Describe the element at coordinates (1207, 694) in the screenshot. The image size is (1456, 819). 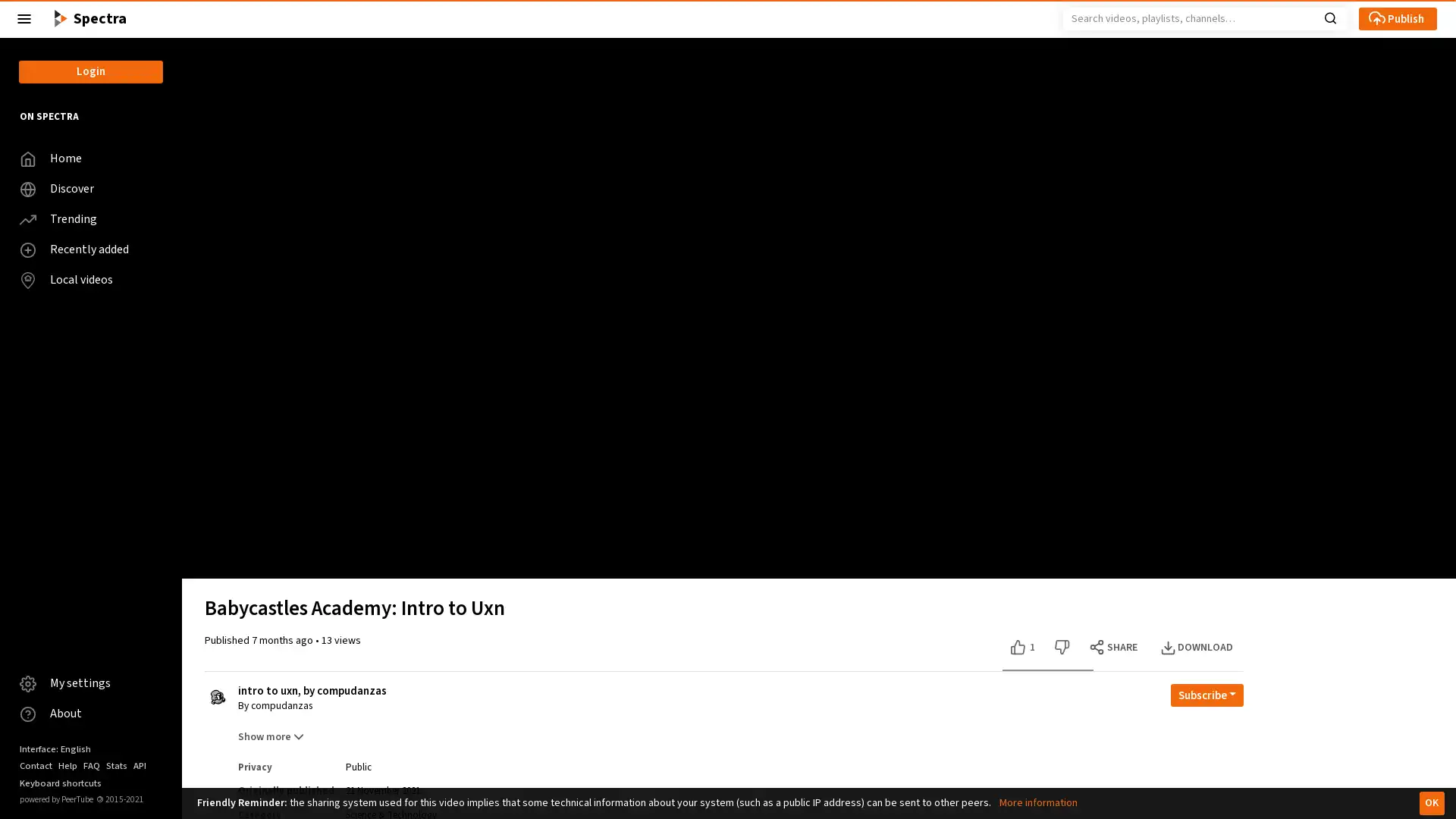
I see `Open subscription dropdown` at that location.